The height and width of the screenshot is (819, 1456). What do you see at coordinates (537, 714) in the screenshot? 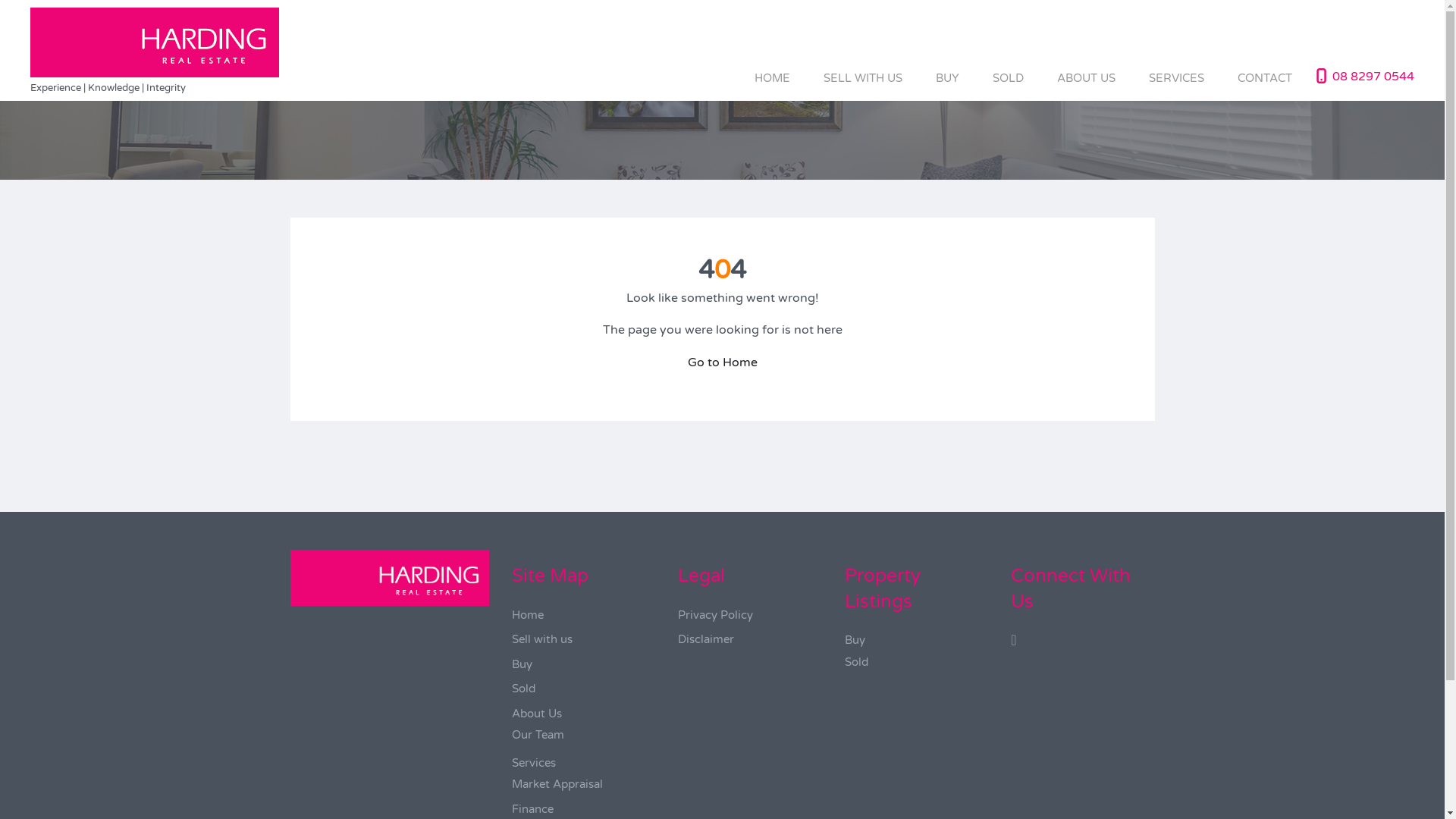
I see `'About Us'` at bounding box center [537, 714].